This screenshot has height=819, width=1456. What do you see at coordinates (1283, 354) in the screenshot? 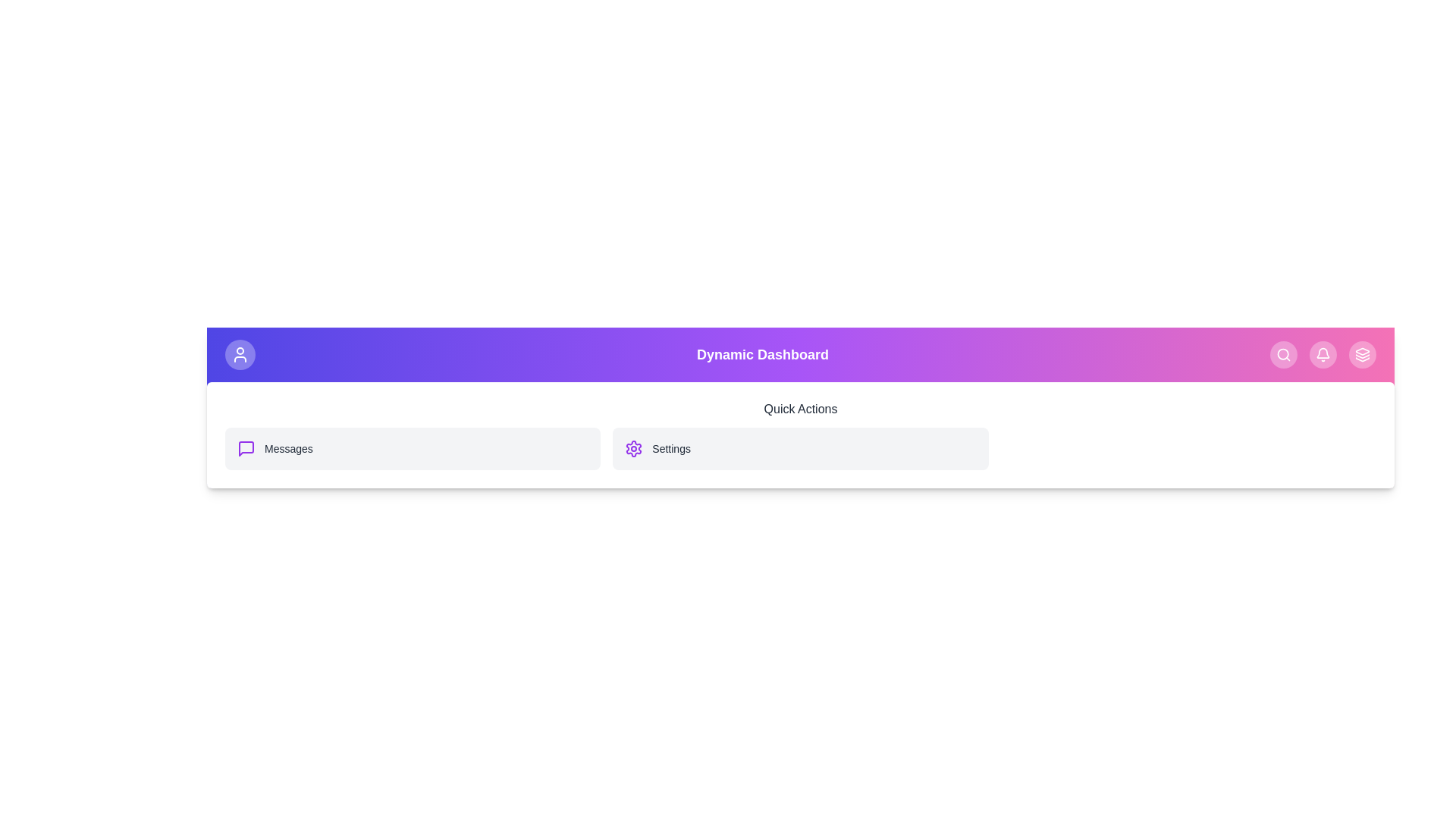
I see `the search icon located in the top right corner of the dashboard` at bounding box center [1283, 354].